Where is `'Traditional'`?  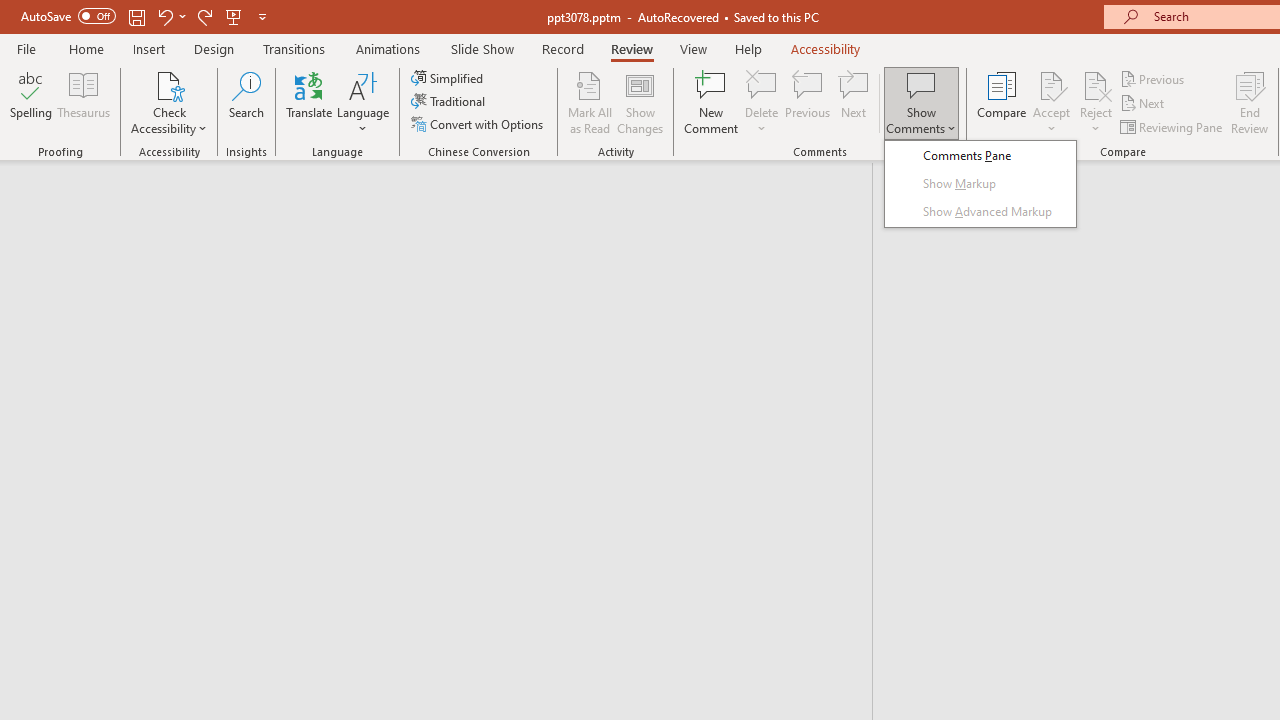 'Traditional' is located at coordinates (448, 101).